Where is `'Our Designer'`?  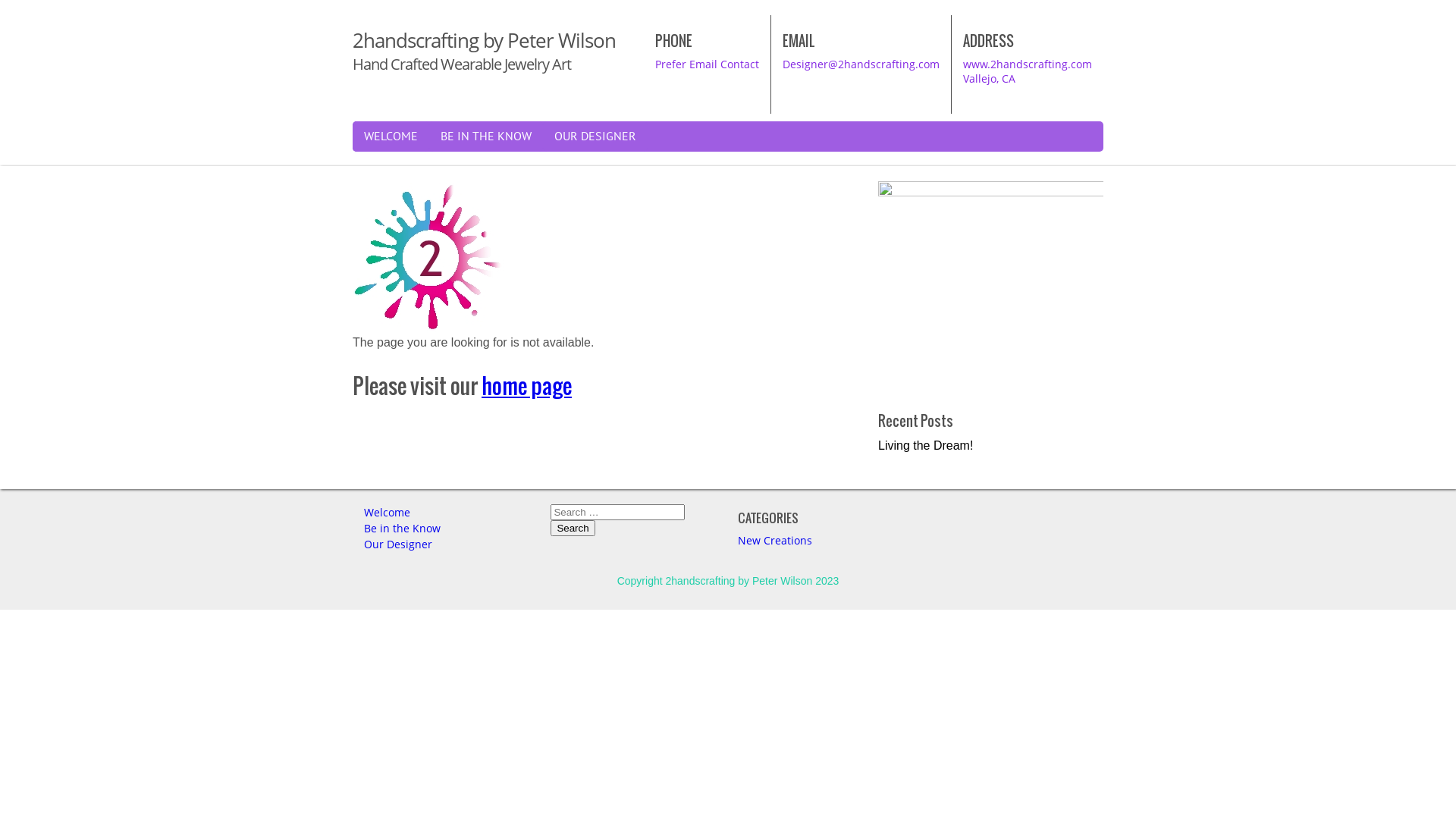 'Our Designer' is located at coordinates (364, 543).